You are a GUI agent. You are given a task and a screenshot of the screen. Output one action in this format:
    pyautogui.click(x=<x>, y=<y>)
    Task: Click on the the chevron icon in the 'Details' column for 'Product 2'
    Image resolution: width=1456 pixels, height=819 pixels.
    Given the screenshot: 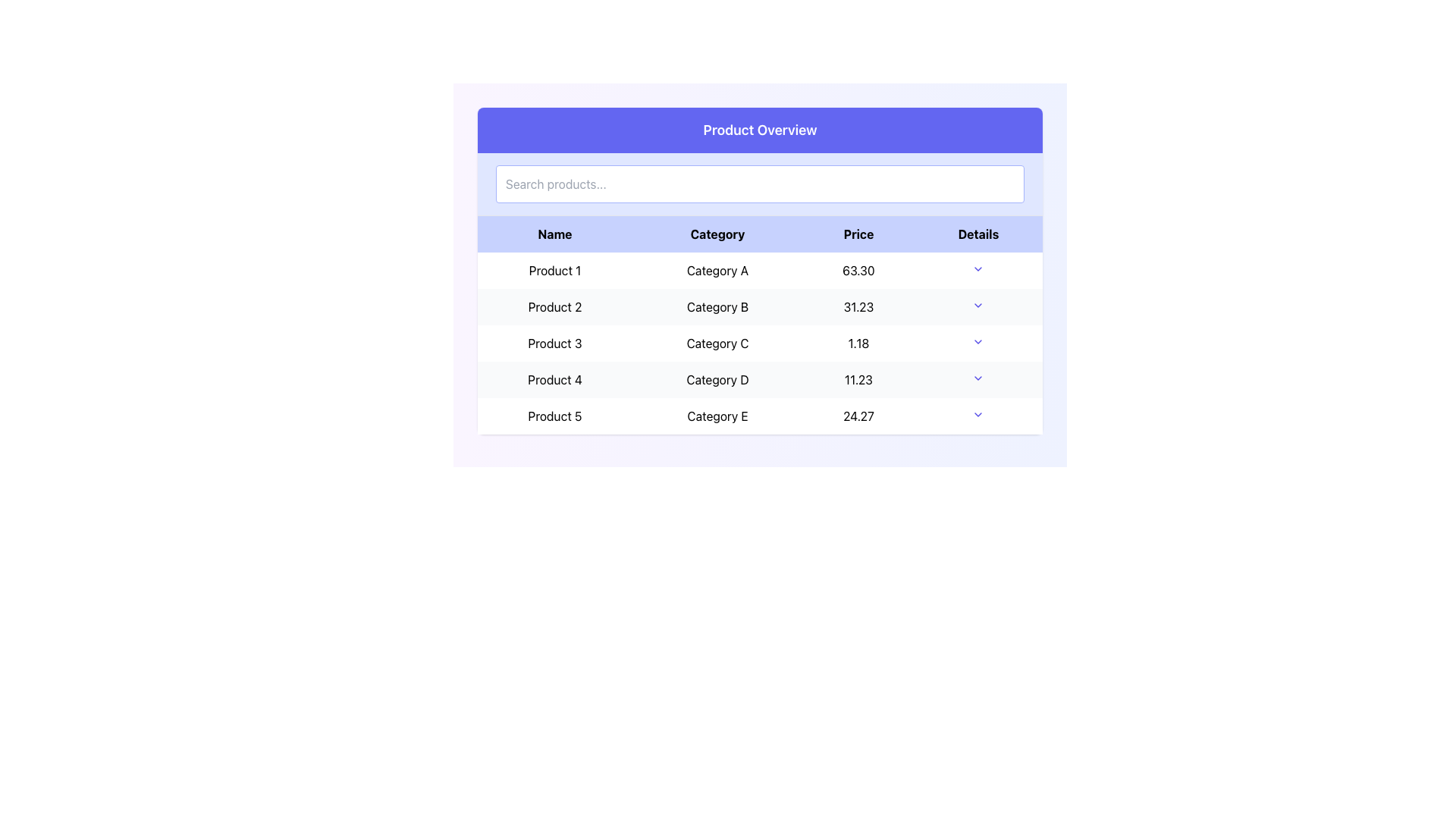 What is the action you would take?
    pyautogui.click(x=978, y=307)
    